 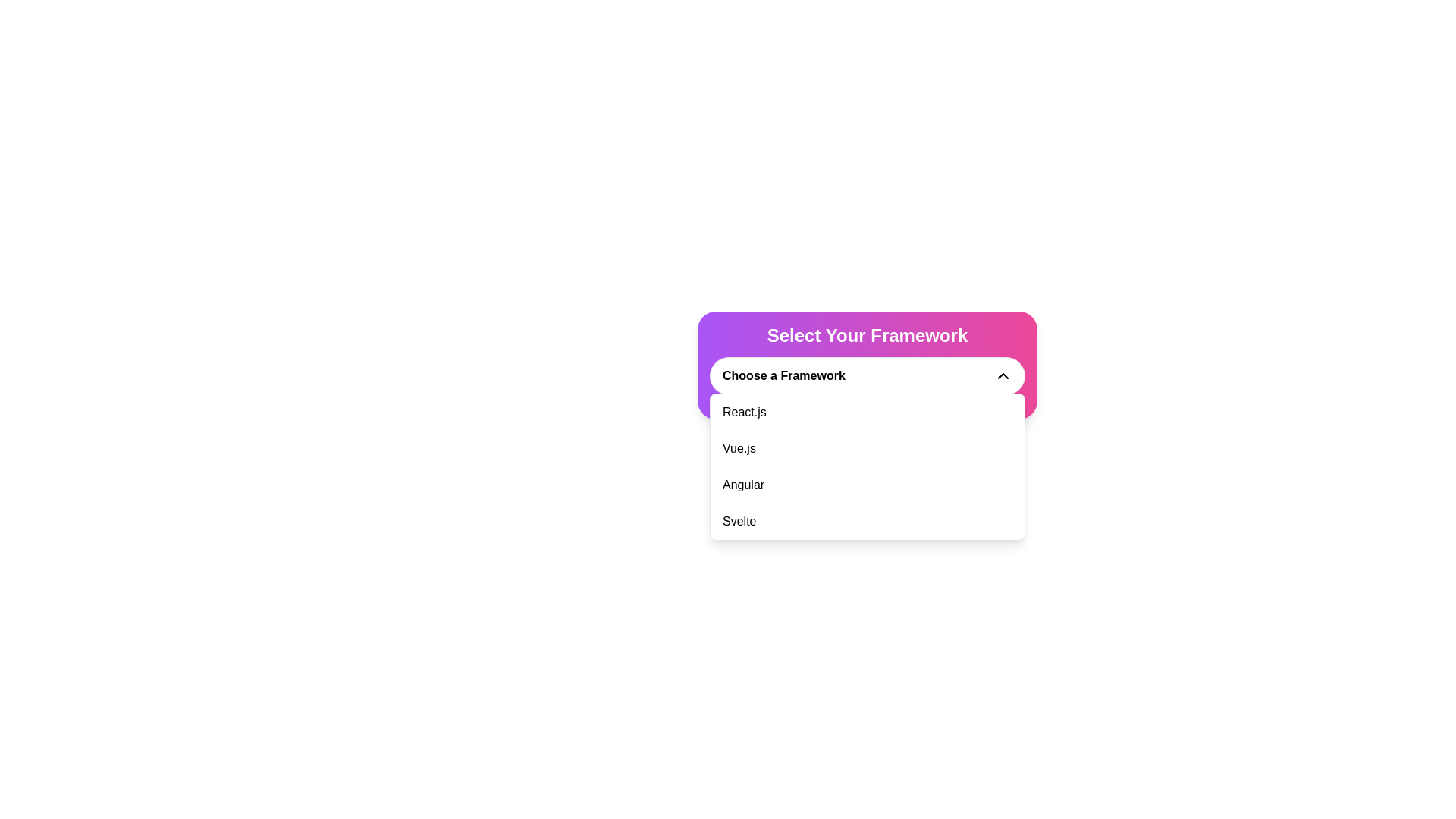 I want to click on the 'Vue.js' dropdown list item, which is the second option in the dropdown menu under 'Select Your Framework', so click(x=867, y=447).